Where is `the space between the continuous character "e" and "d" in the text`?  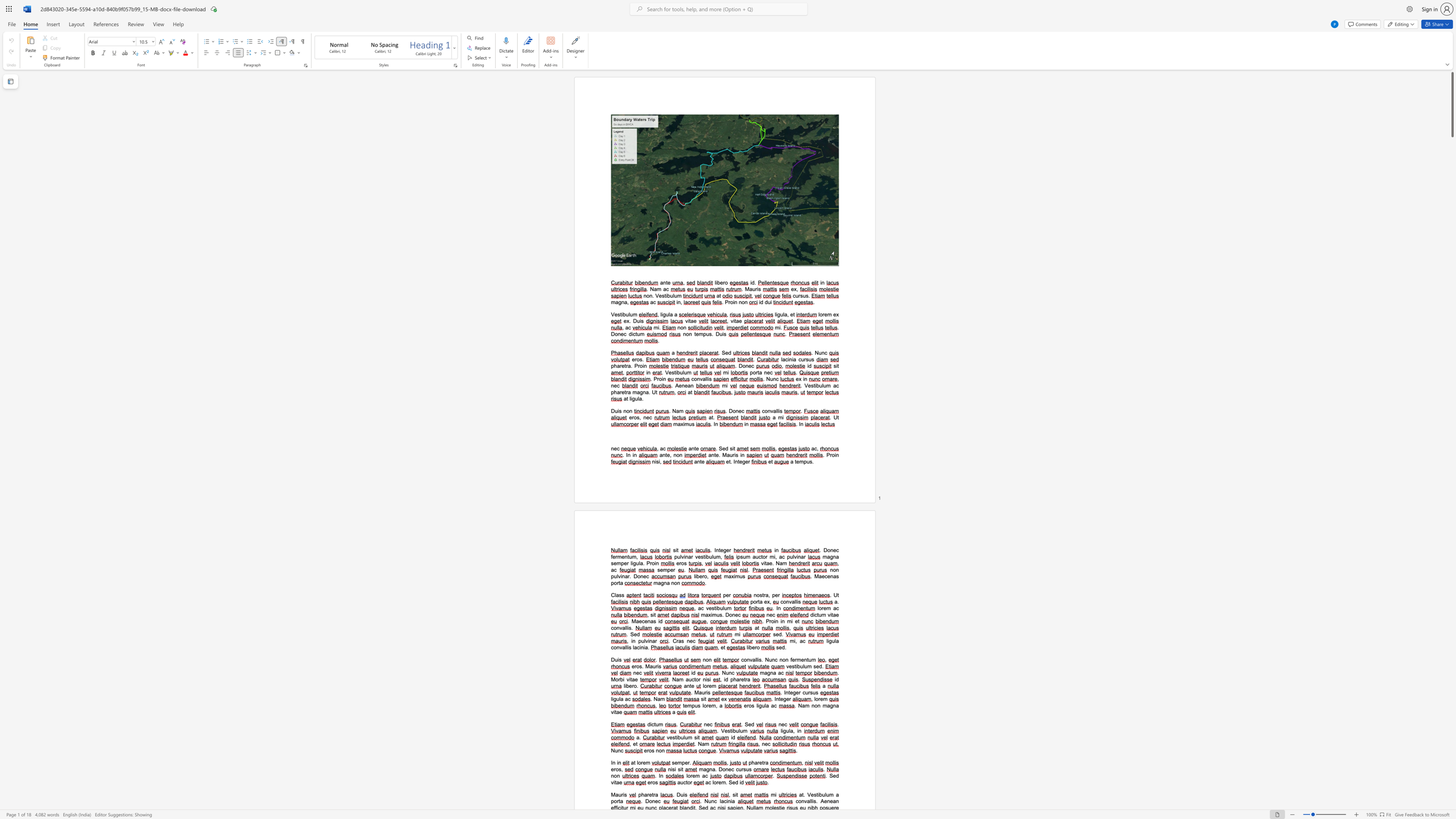
the space between the continuous character "e" and "d" in the text is located at coordinates (735, 782).